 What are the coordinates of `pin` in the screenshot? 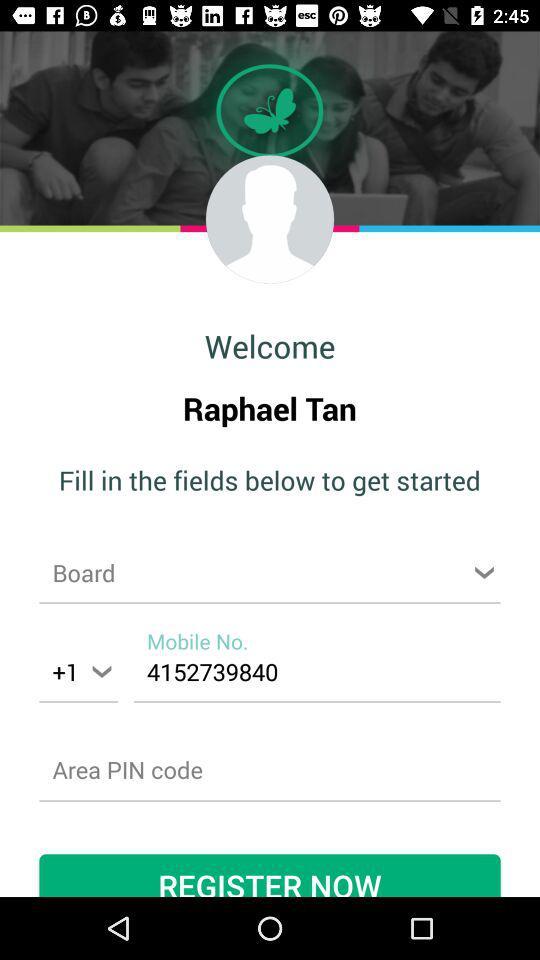 It's located at (270, 769).